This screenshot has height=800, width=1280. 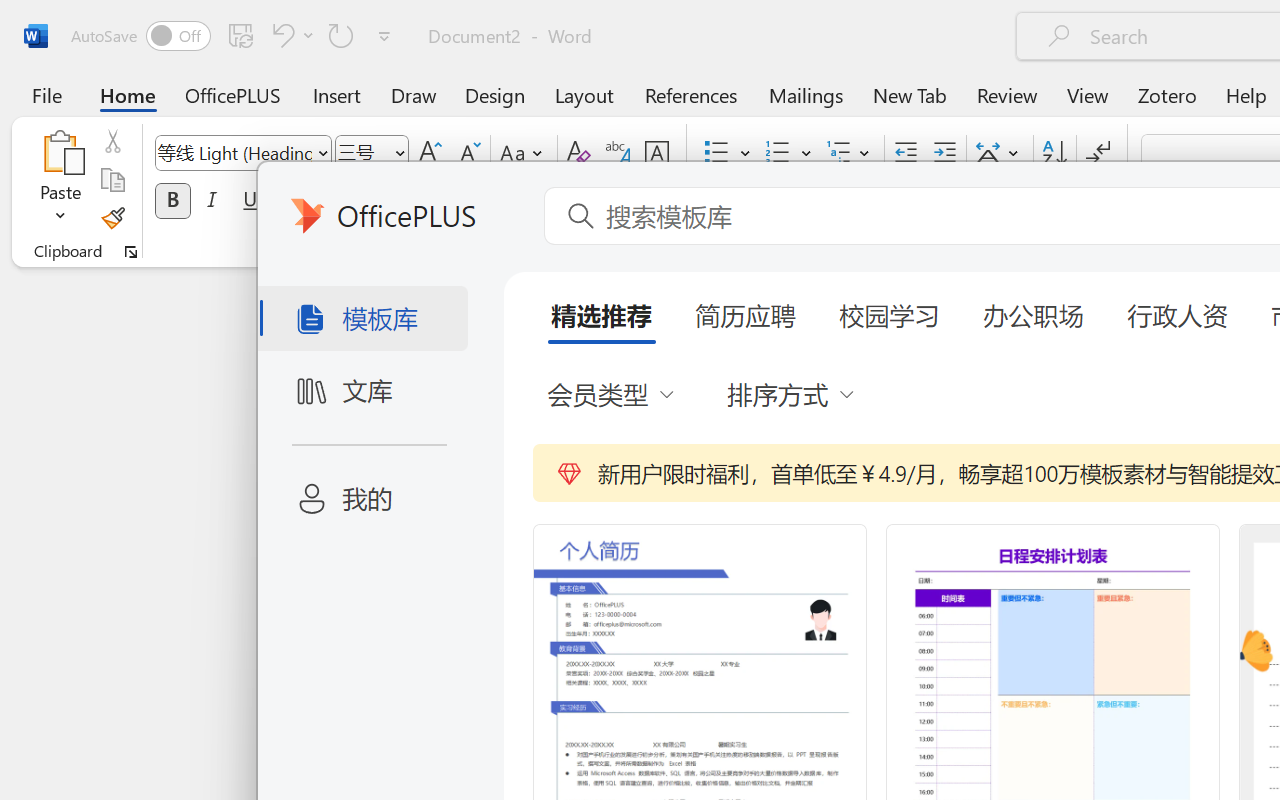 What do you see at coordinates (60, 151) in the screenshot?
I see `'Paste'` at bounding box center [60, 151].